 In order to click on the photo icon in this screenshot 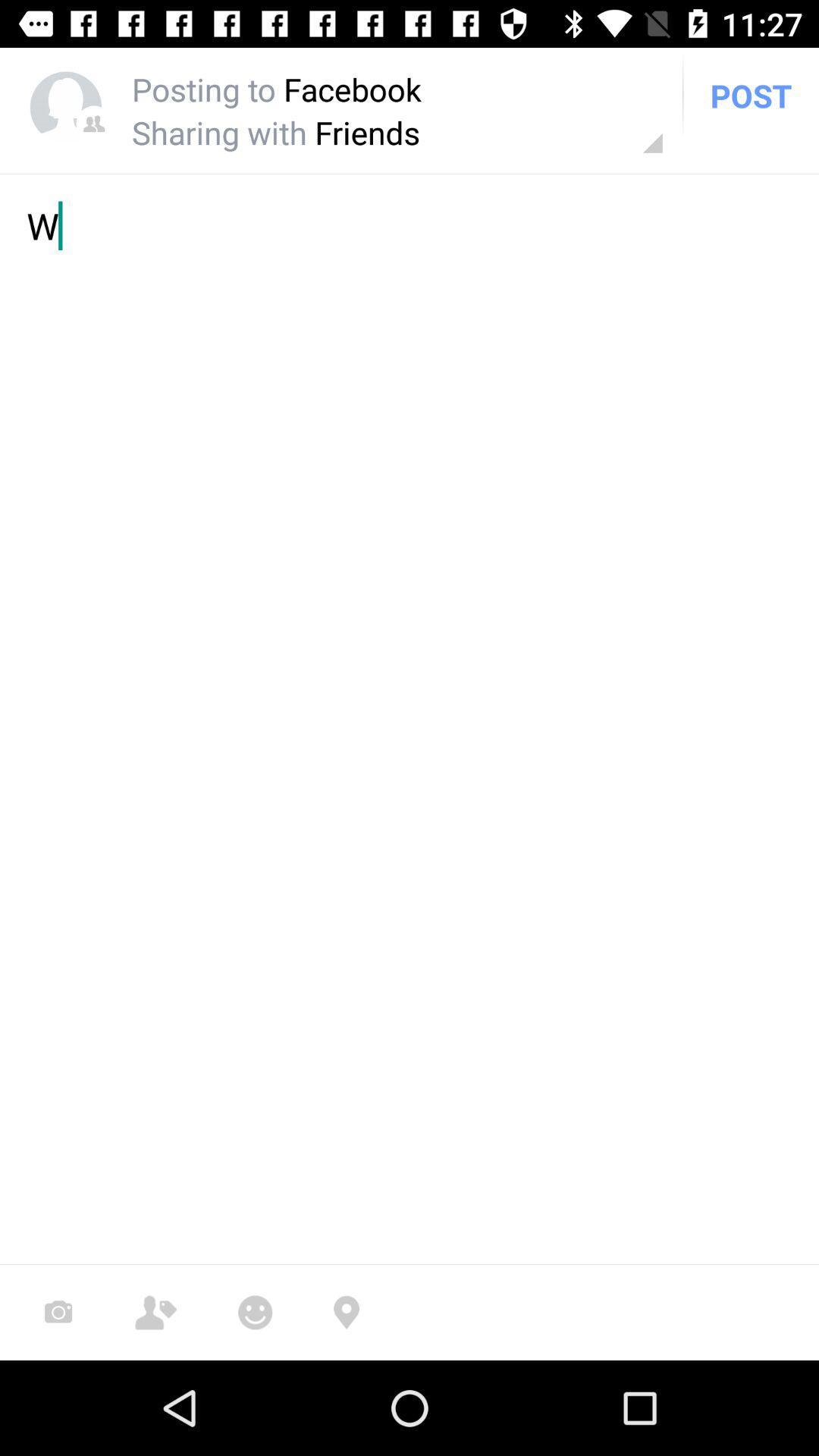, I will do `click(58, 1312)`.